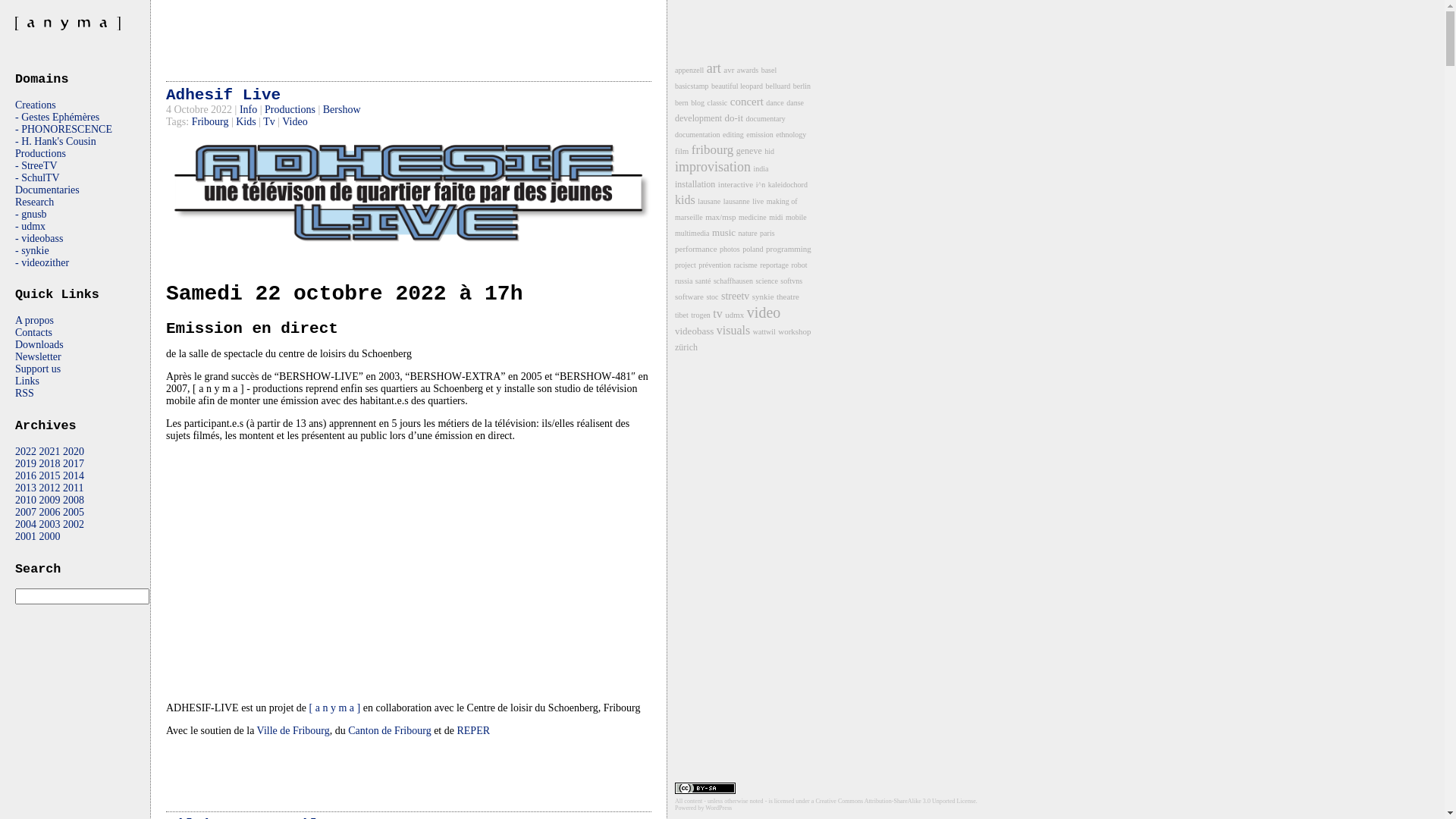 This screenshot has width=1456, height=819. Describe the element at coordinates (25, 450) in the screenshot. I see `'2022'` at that location.